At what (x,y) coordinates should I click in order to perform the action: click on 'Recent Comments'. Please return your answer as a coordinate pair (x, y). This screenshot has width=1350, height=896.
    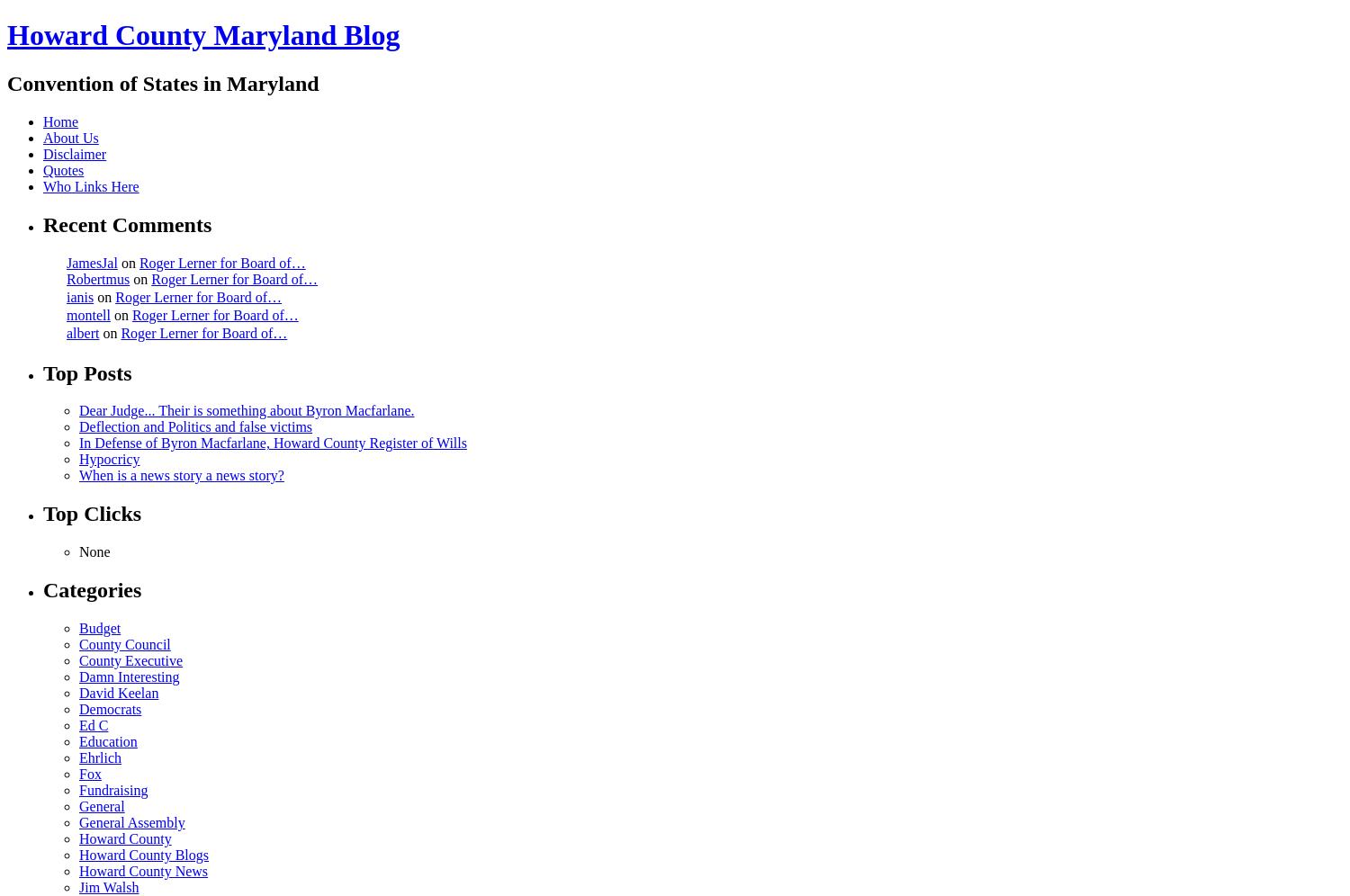
    Looking at the image, I should click on (127, 224).